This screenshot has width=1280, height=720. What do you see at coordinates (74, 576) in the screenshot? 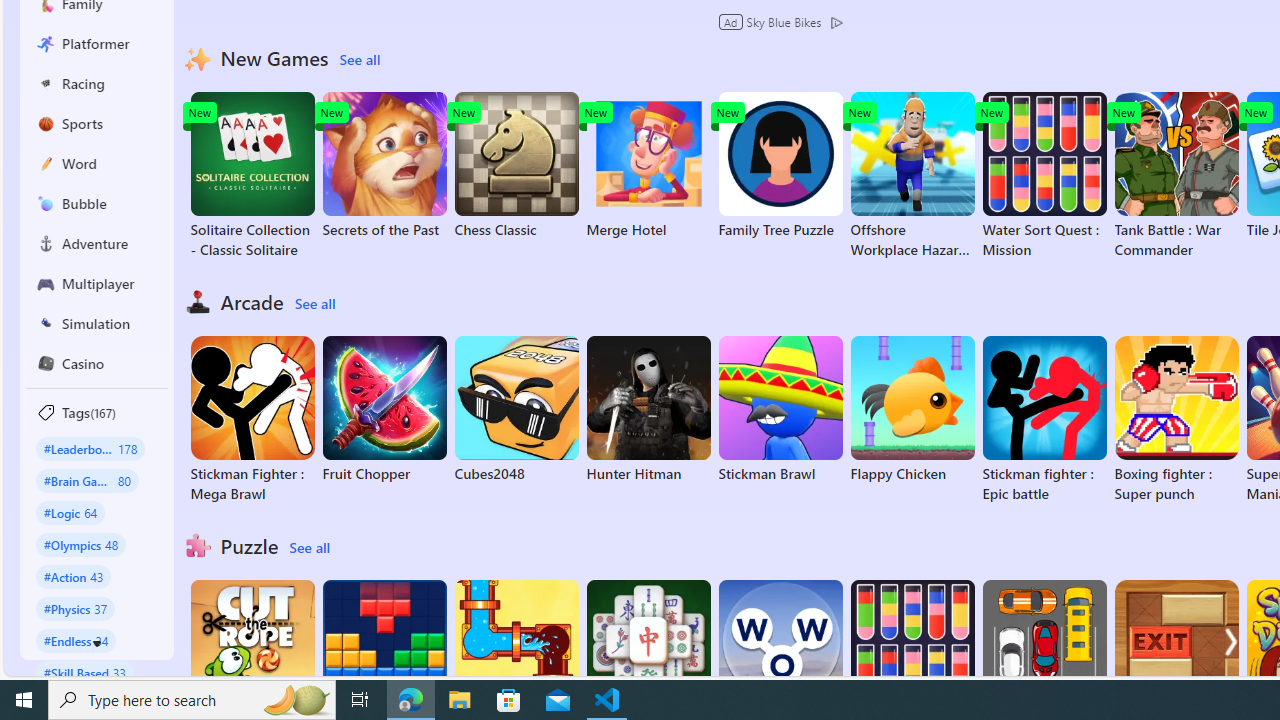
I see `'#Action 43'` at bounding box center [74, 576].